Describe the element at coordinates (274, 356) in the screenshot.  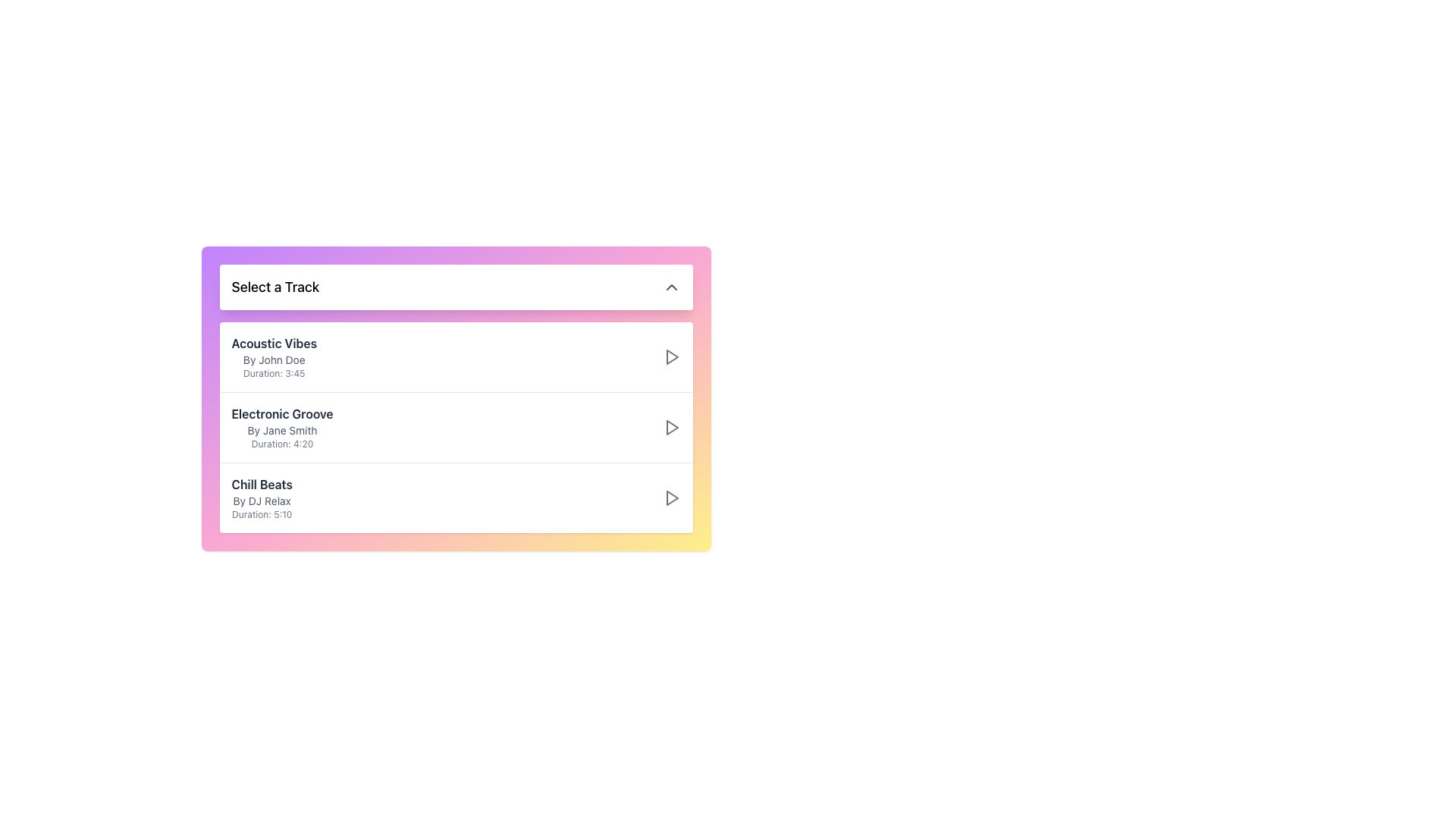
I see `the text block containing information about a track, which is the first entry in the list below the header 'Select a Track'` at that location.